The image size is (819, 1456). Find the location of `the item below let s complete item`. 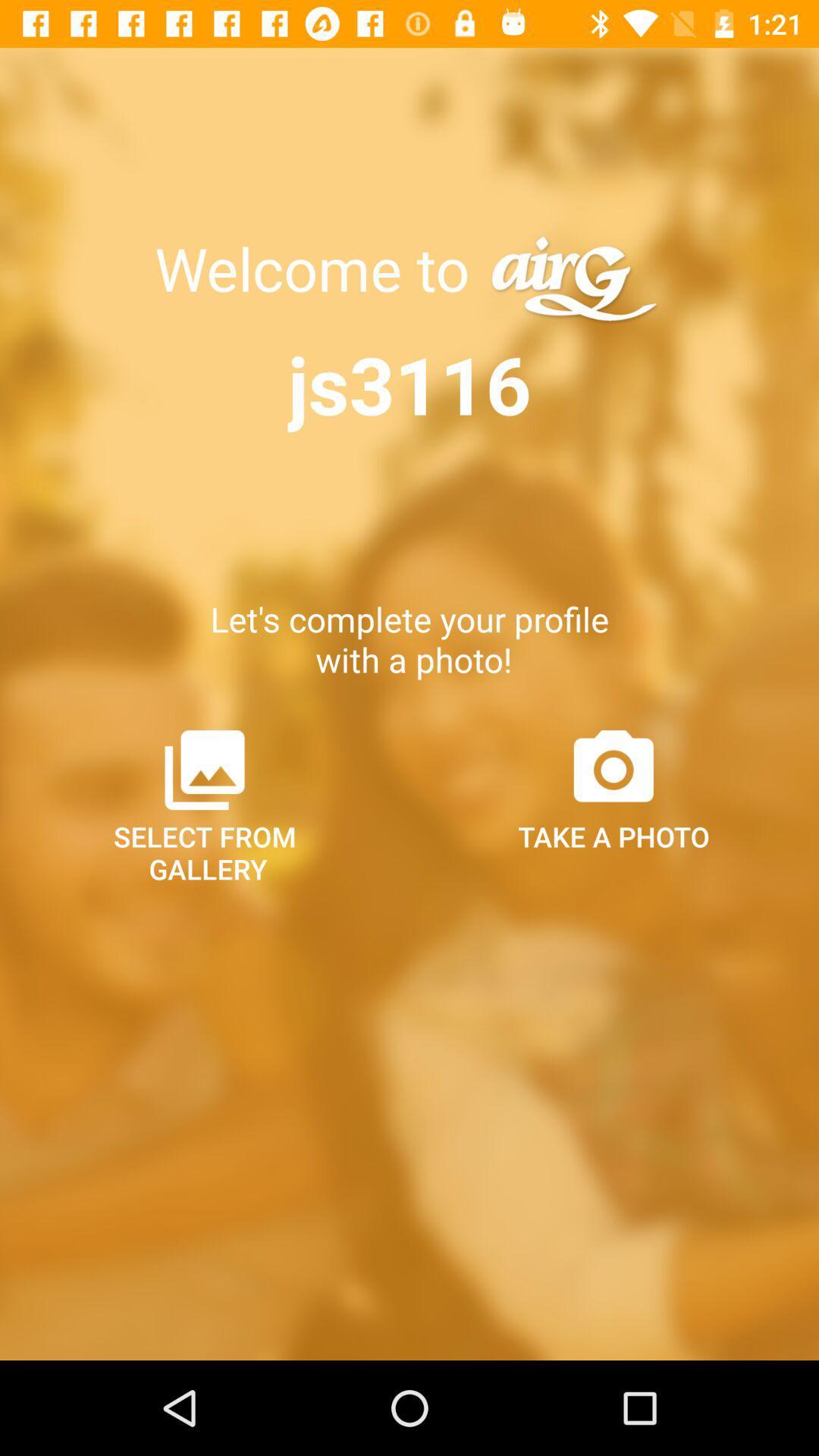

the item below let s complete item is located at coordinates (205, 804).